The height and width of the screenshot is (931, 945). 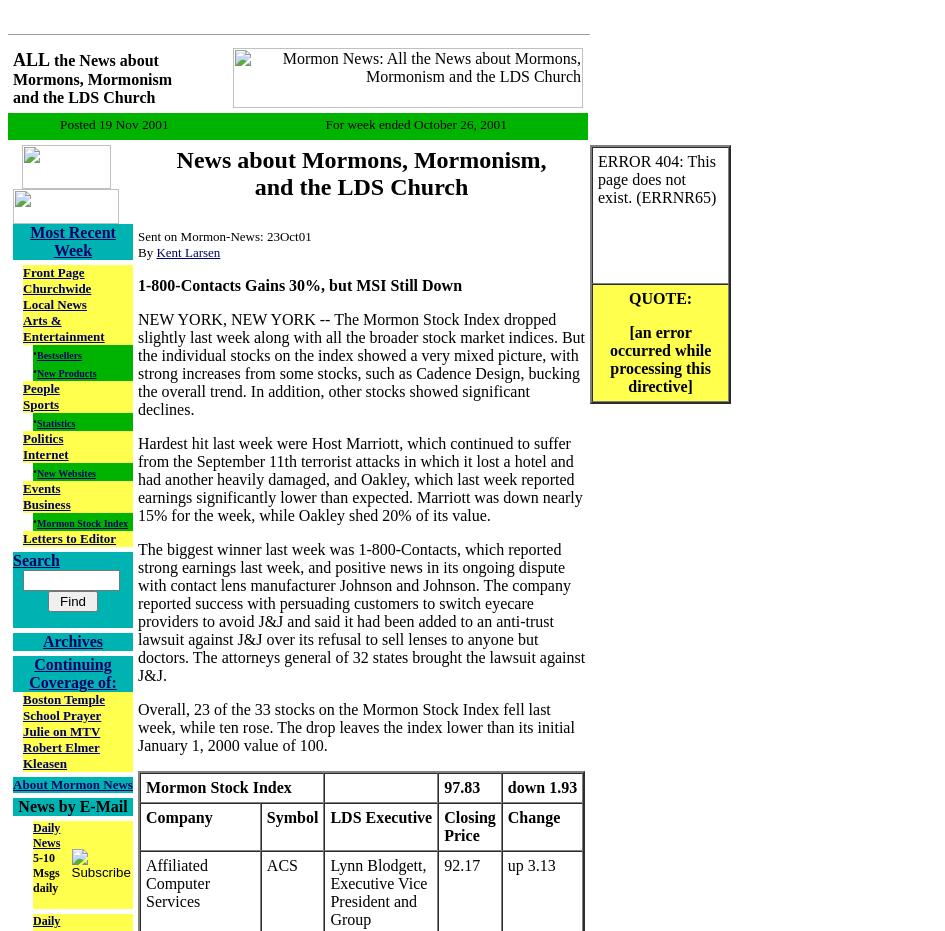 I want to click on 'Archives', so click(x=71, y=640).